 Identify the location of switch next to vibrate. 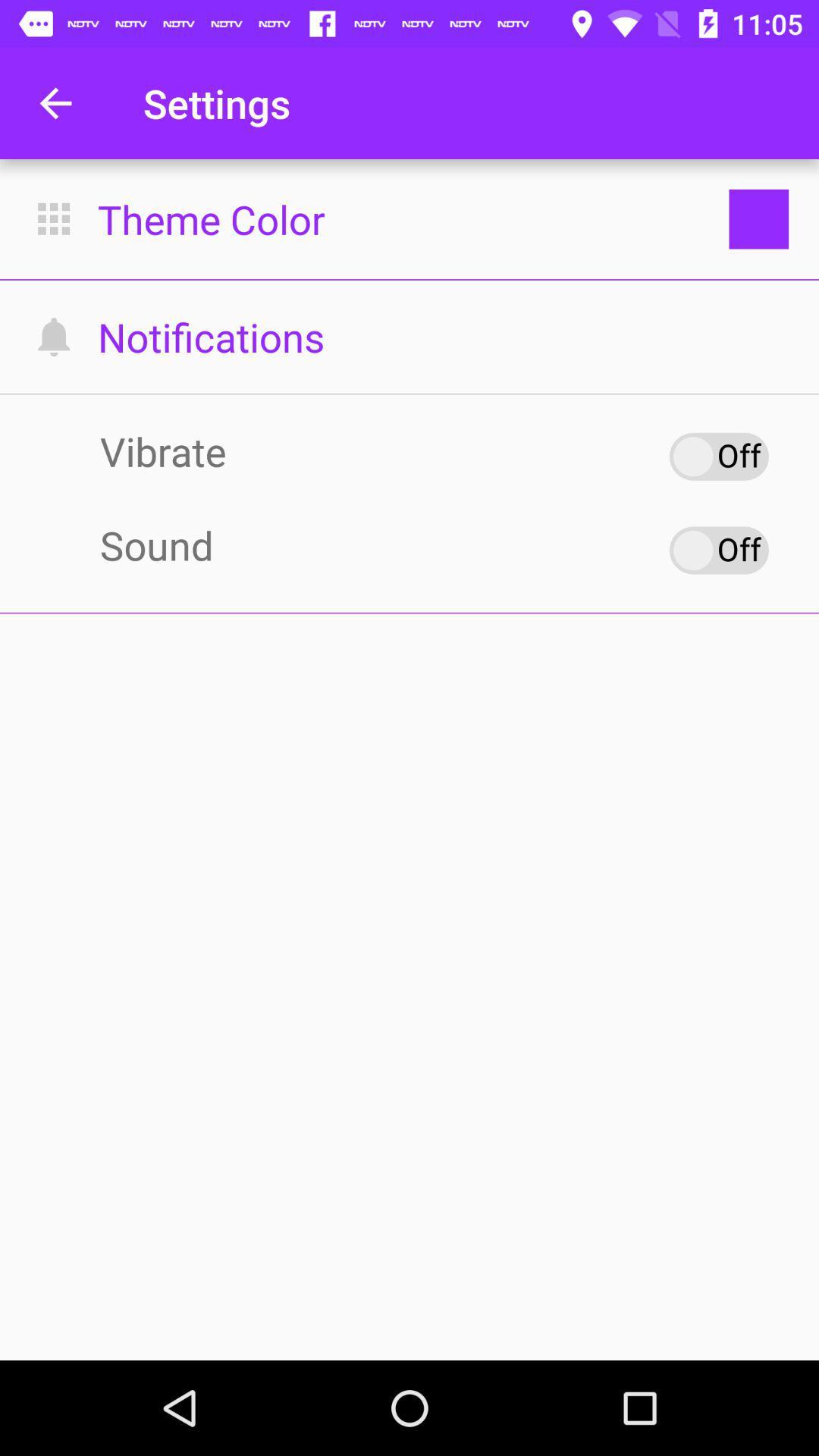
(718, 455).